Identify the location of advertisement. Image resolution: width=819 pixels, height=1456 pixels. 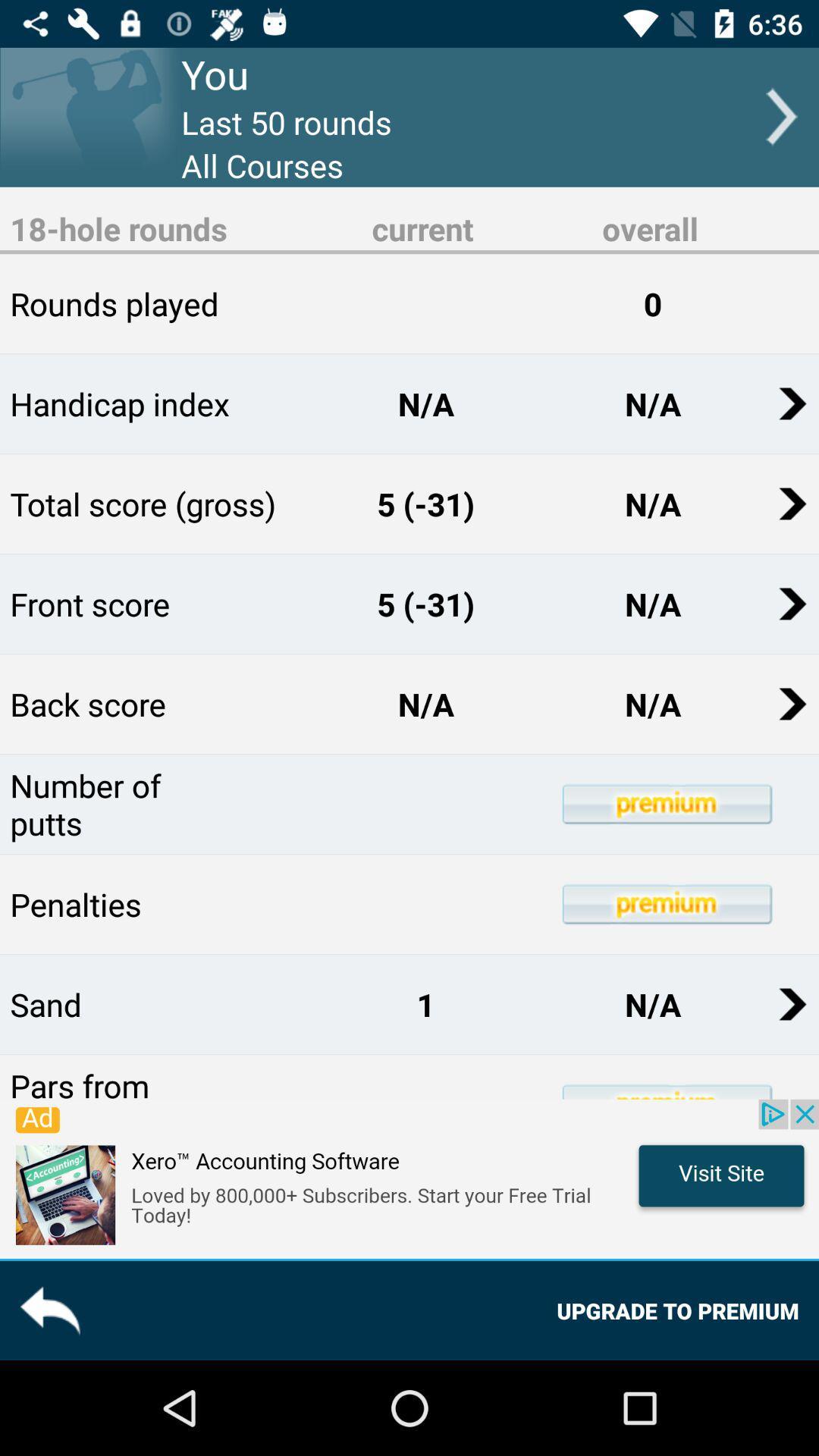
(409, 1178).